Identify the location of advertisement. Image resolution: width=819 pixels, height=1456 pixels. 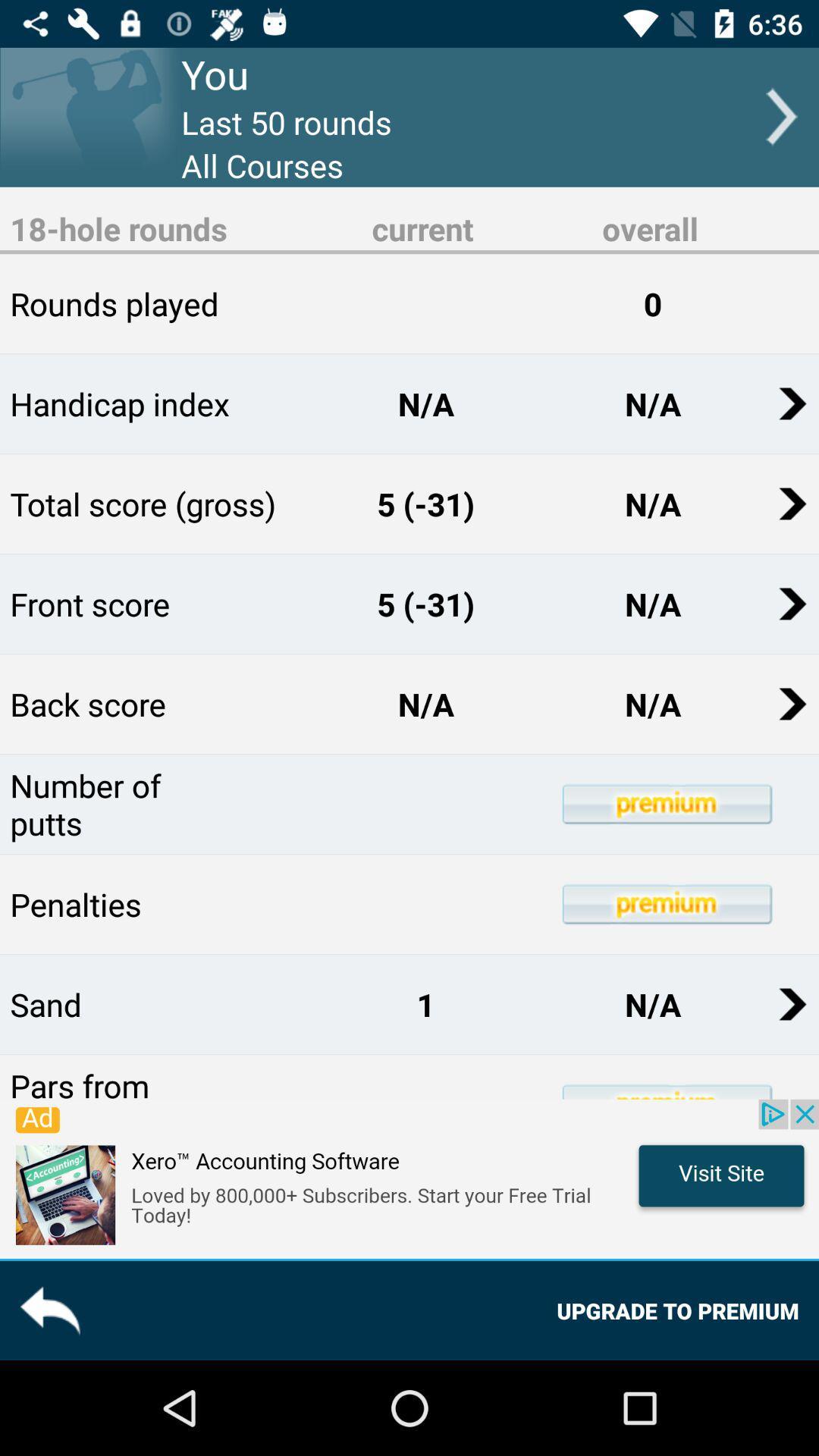
(409, 1178).